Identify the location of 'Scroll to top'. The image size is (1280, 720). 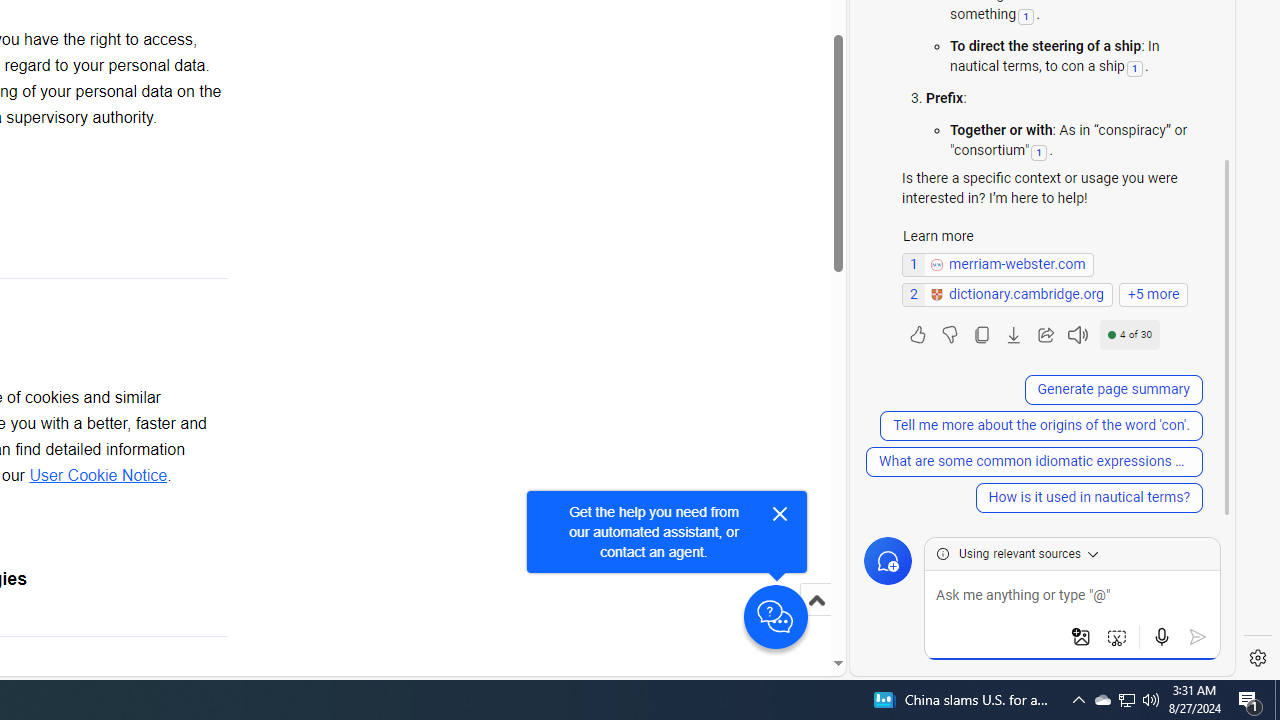
(816, 620).